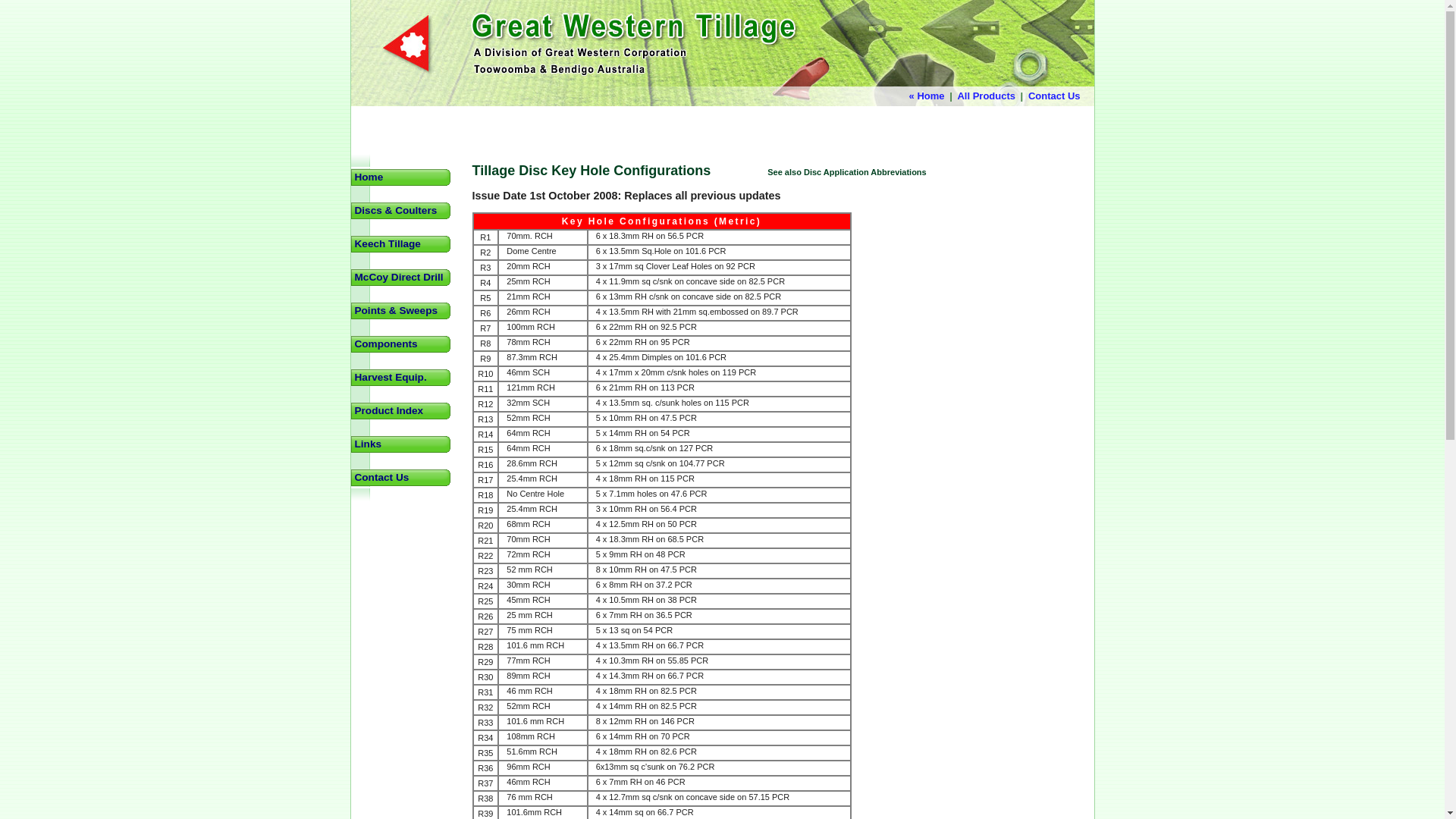 This screenshot has height=819, width=1456. Describe the element at coordinates (401, 243) in the screenshot. I see `'Keech Tillage'` at that location.